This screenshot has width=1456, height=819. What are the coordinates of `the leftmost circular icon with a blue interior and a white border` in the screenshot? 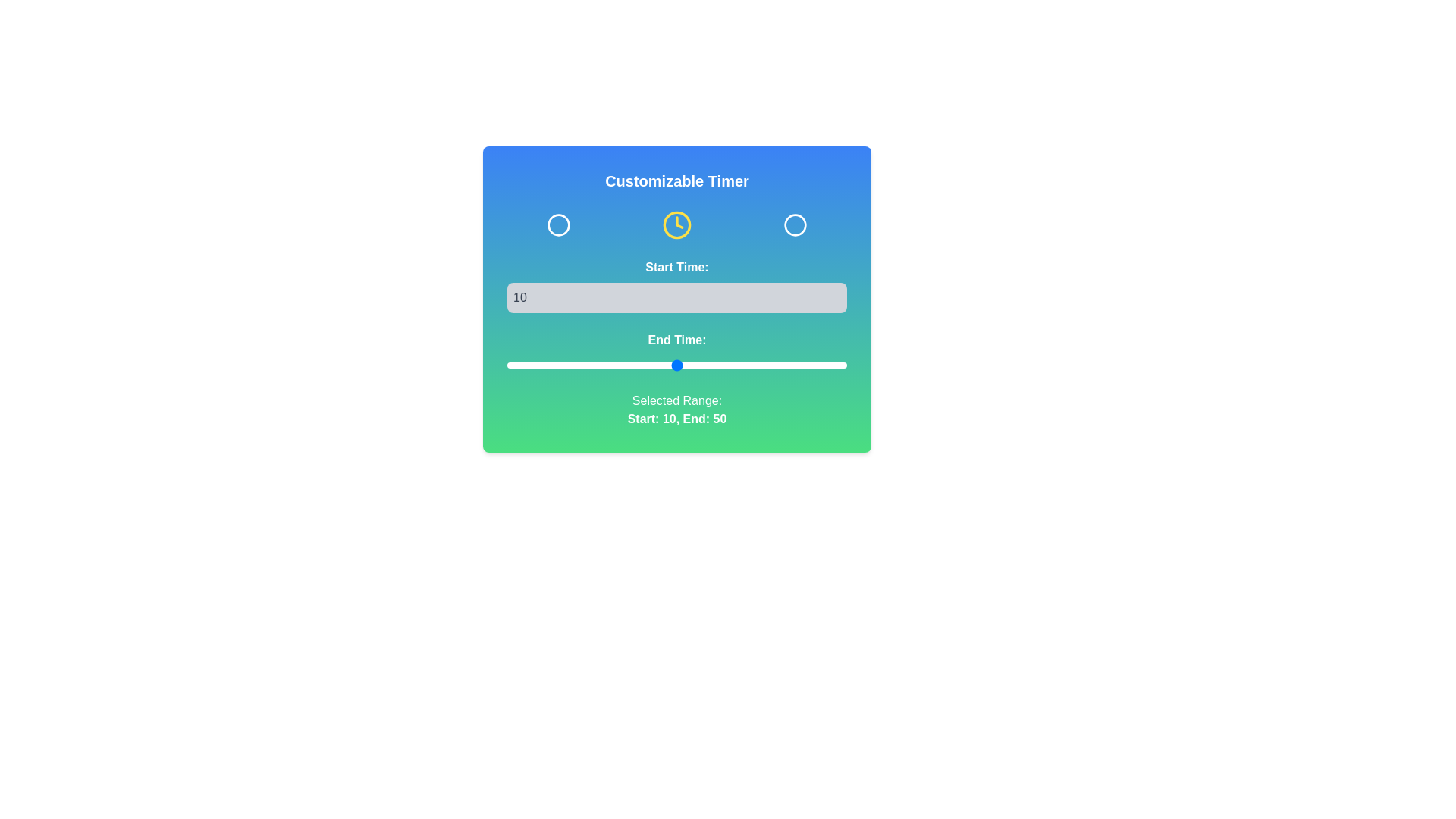 It's located at (558, 225).